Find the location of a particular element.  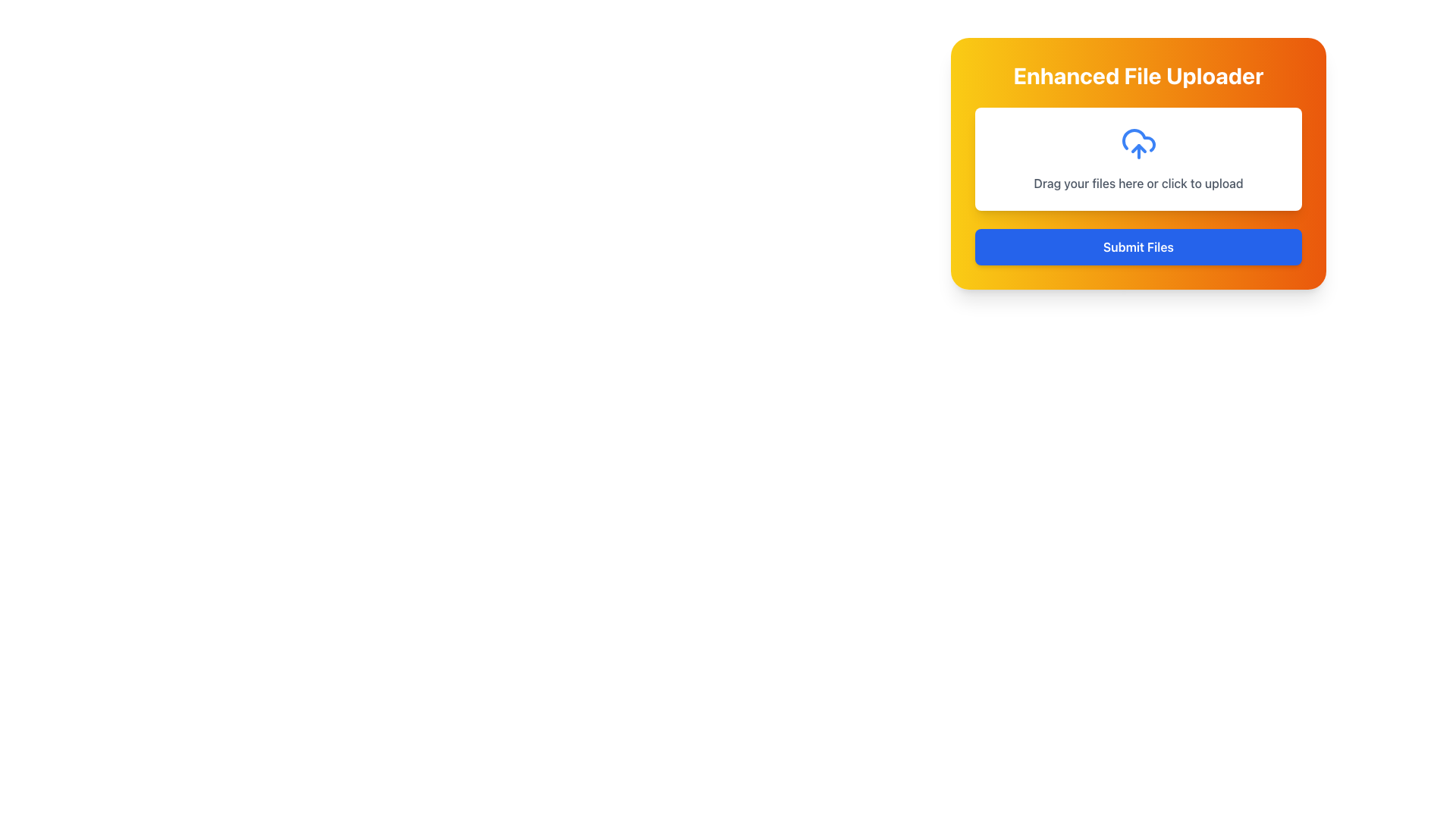

the upward-pointing arrow icon within the cloud upload visualization, indicating its upload functionality is located at coordinates (1138, 149).